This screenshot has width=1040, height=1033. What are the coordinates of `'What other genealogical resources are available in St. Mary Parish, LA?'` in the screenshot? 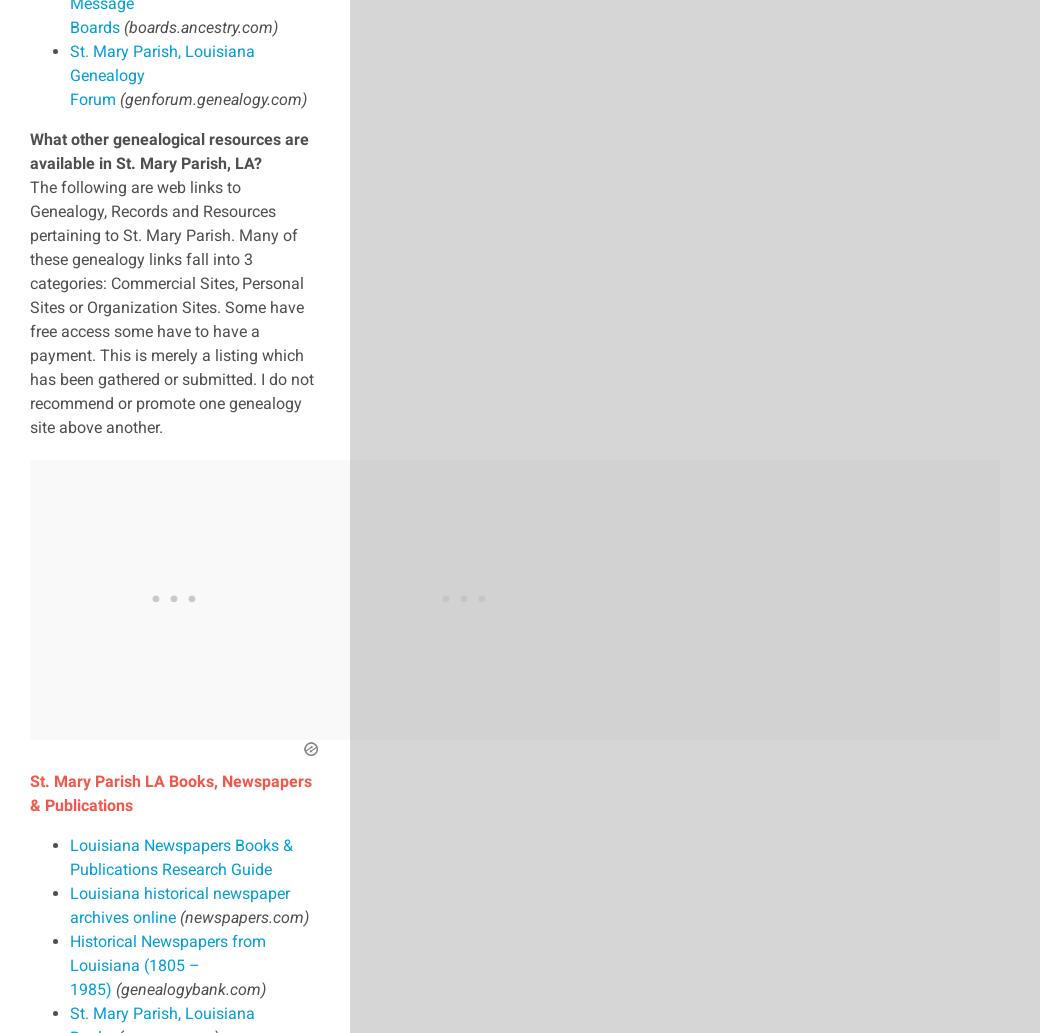 It's located at (28, 150).